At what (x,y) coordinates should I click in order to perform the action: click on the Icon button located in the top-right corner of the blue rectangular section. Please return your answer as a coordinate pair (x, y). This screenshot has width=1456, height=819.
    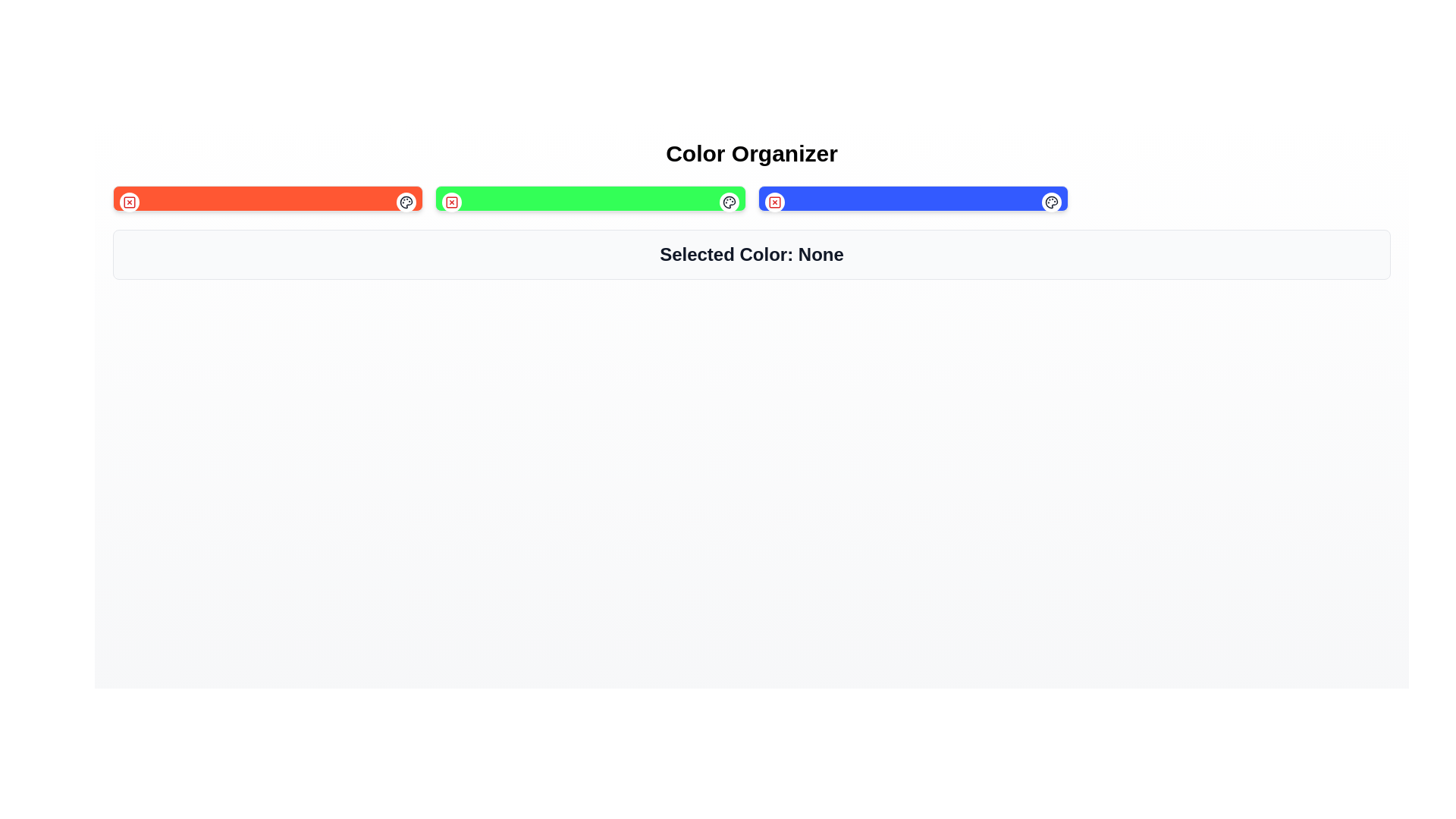
    Looking at the image, I should click on (1050, 201).